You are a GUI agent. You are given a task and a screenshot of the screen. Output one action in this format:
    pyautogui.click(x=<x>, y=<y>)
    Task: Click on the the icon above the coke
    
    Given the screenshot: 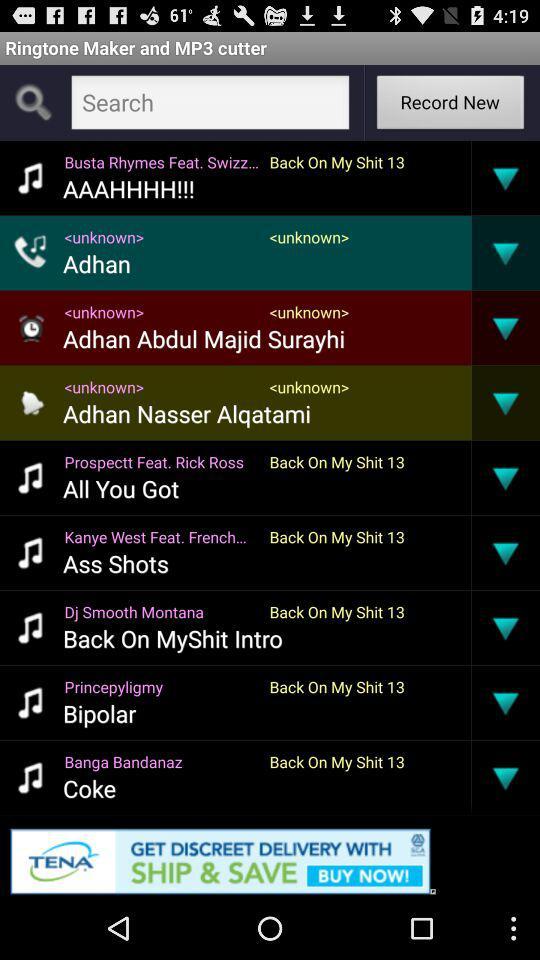 What is the action you would take?
    pyautogui.click(x=160, y=760)
    